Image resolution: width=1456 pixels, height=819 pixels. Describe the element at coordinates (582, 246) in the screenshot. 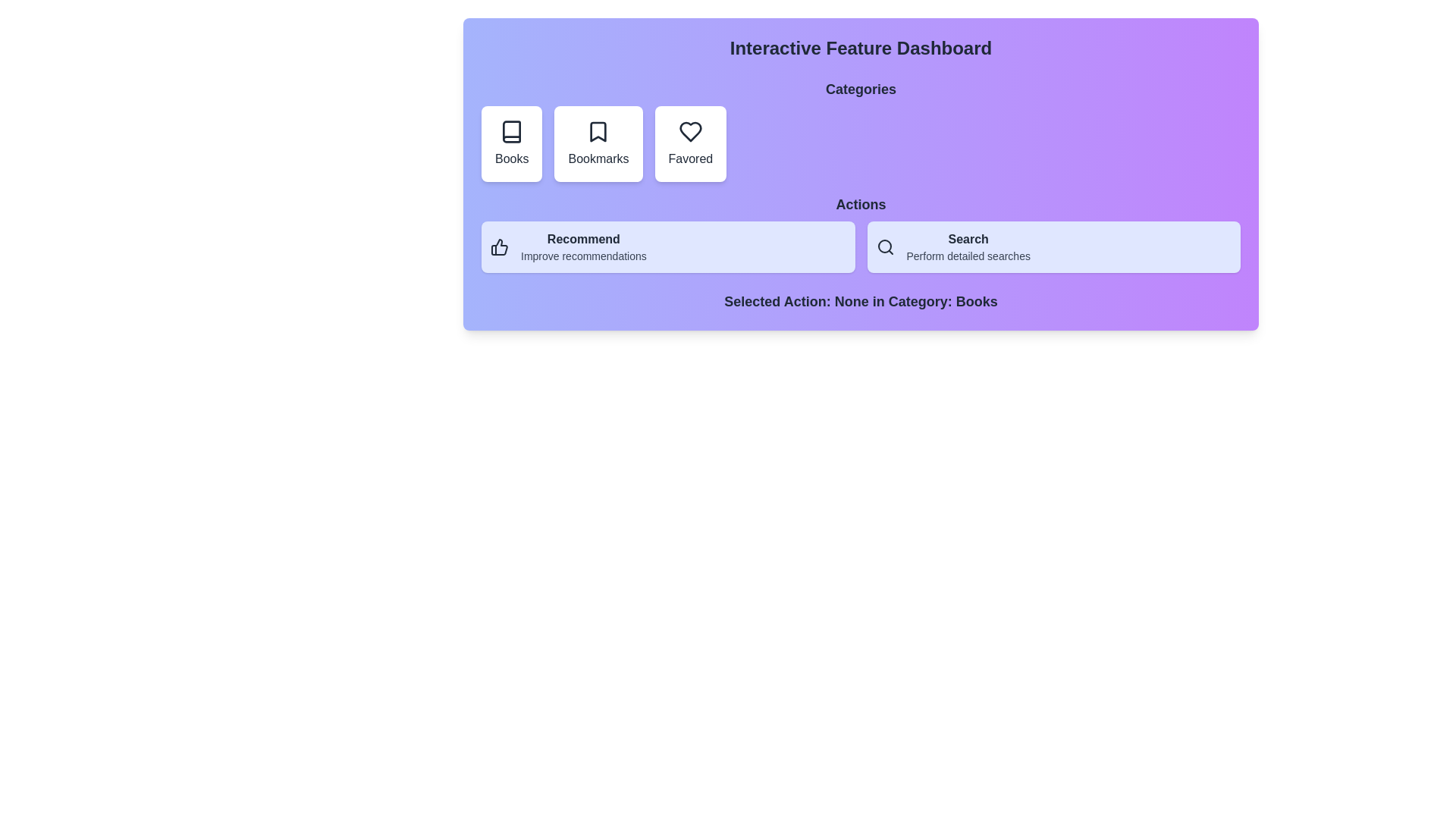

I see `the 'Recommend' button located in the action panel` at that location.